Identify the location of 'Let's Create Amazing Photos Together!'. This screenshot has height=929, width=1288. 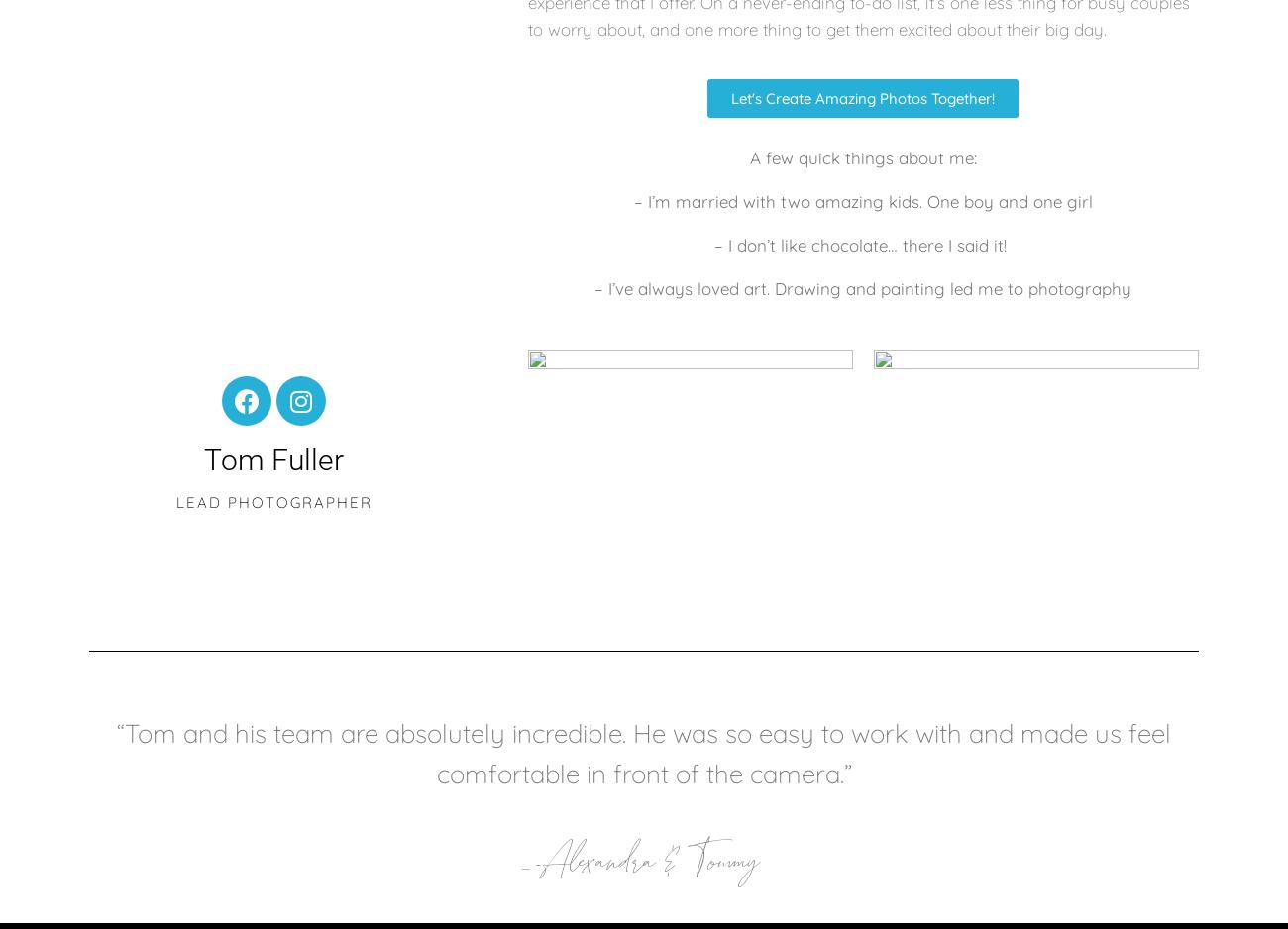
(862, 97).